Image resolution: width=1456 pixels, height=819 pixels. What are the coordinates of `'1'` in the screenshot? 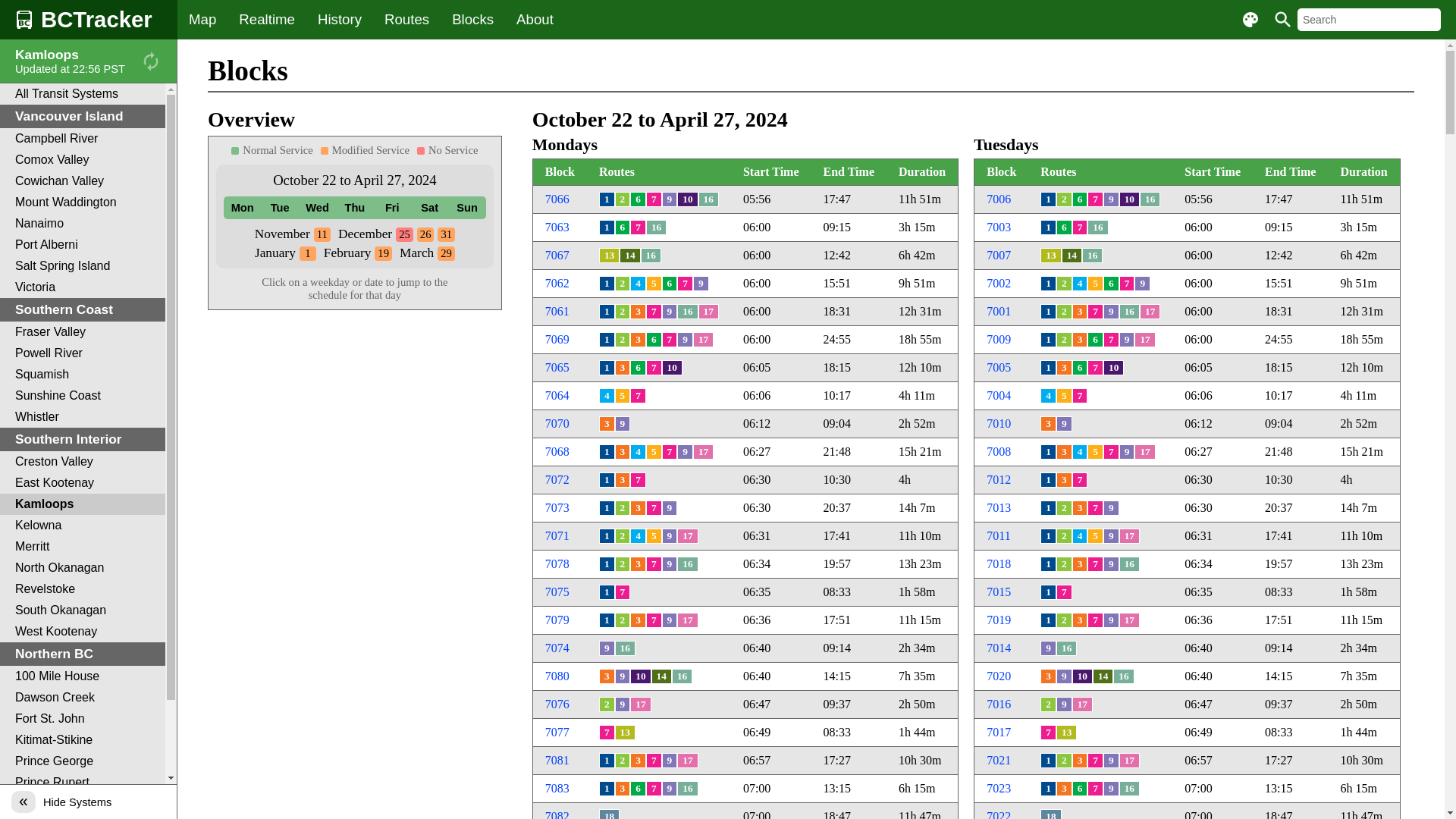 It's located at (607, 284).